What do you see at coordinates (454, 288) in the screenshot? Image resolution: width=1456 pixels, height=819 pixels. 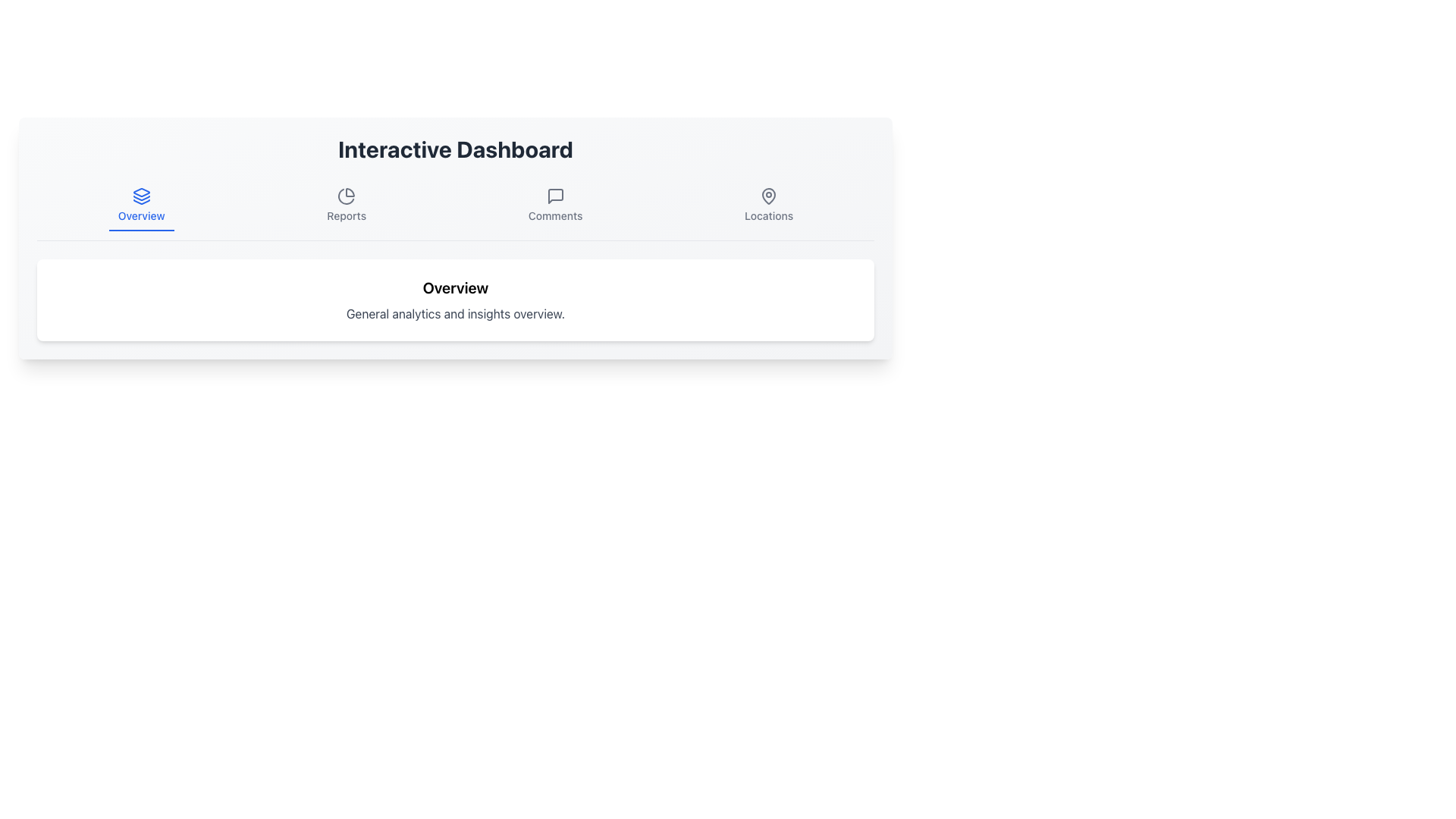 I see `the bold and large text label that contains the word 'Overview', which is centrally positioned above the descriptive sentence` at bounding box center [454, 288].